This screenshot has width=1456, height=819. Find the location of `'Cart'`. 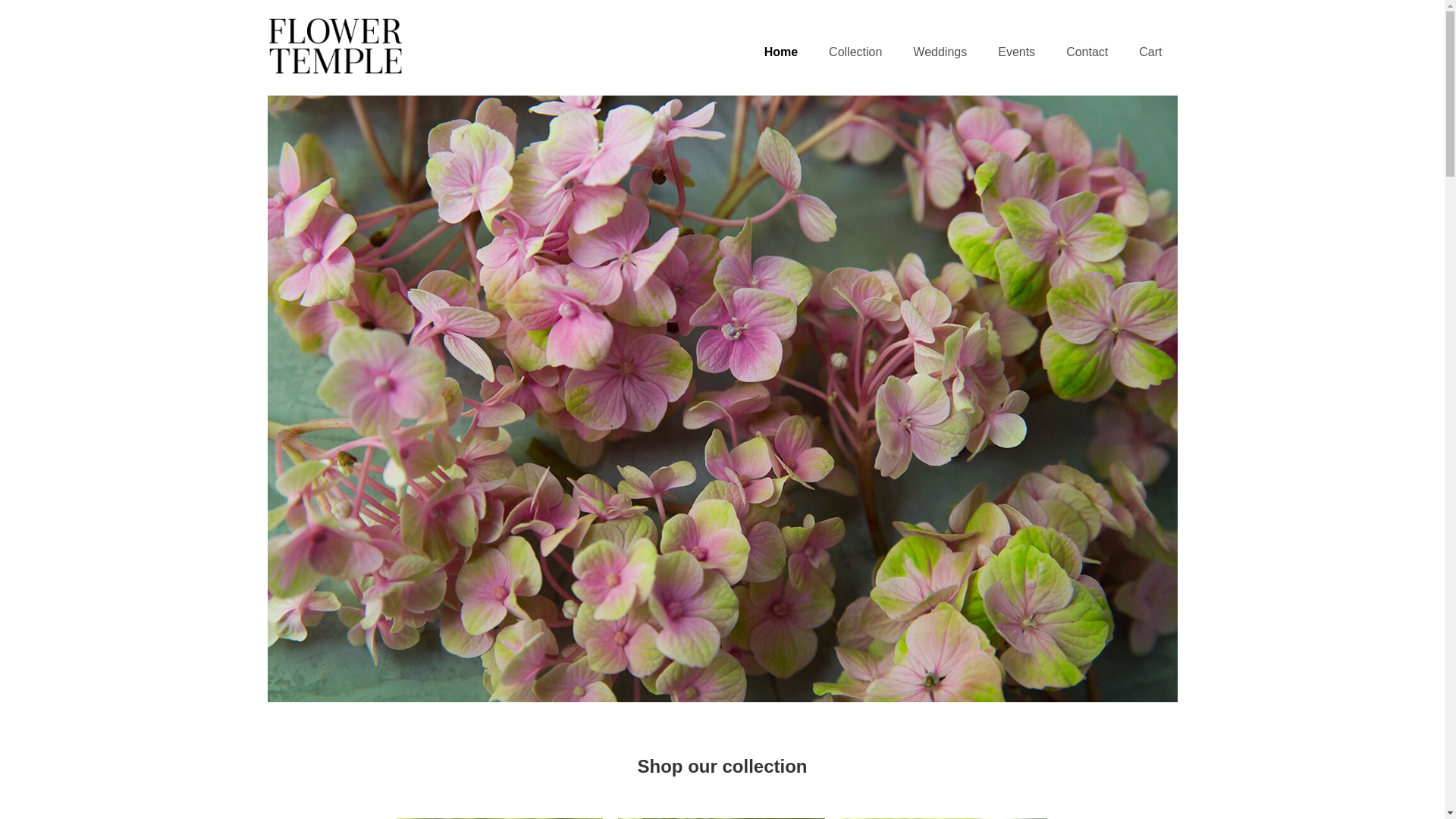

'Cart' is located at coordinates (1150, 52).